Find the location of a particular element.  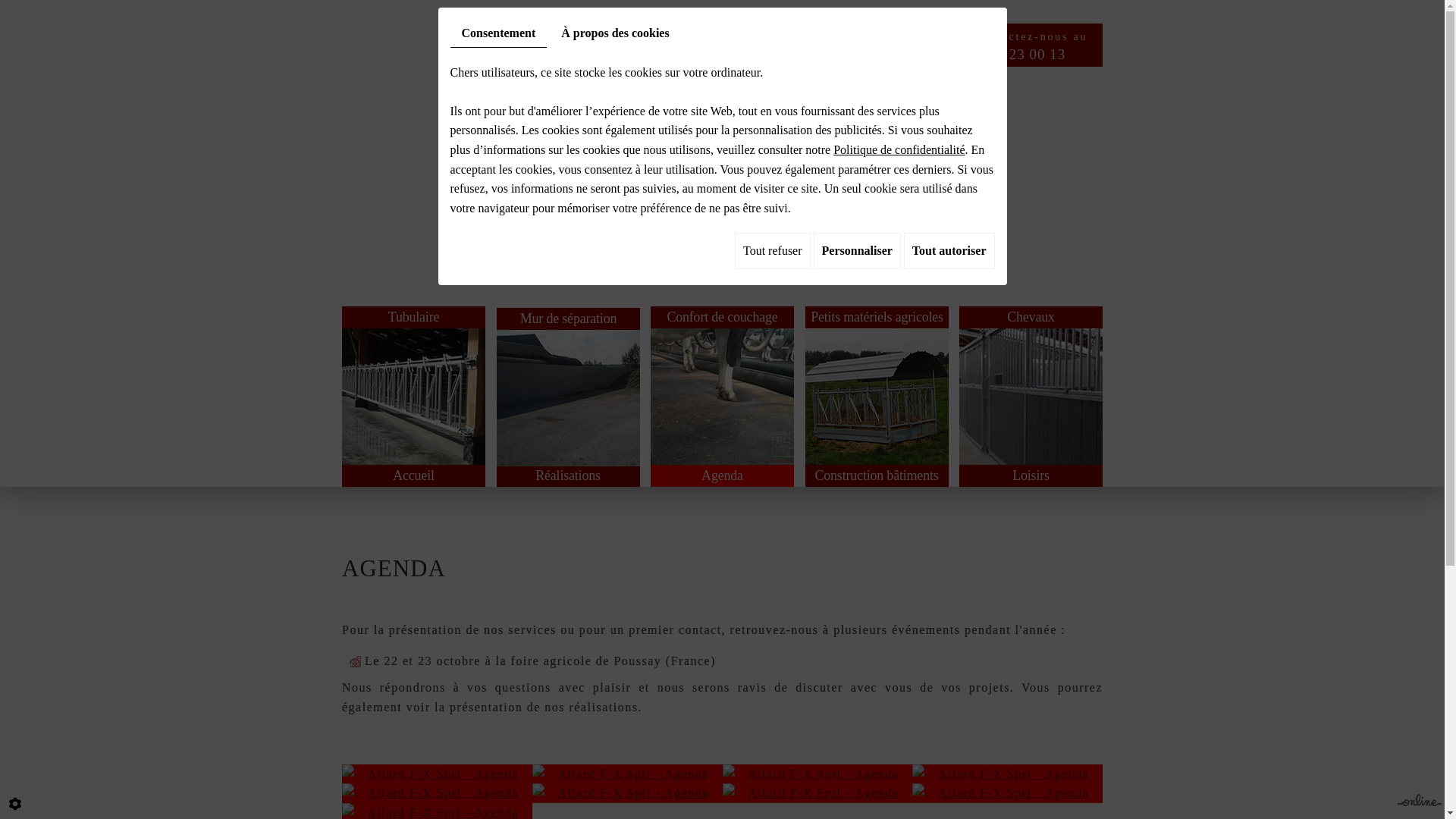

'Allard F-X Sprl -  Agenda Tournai Expo' is located at coordinates (720, 792).